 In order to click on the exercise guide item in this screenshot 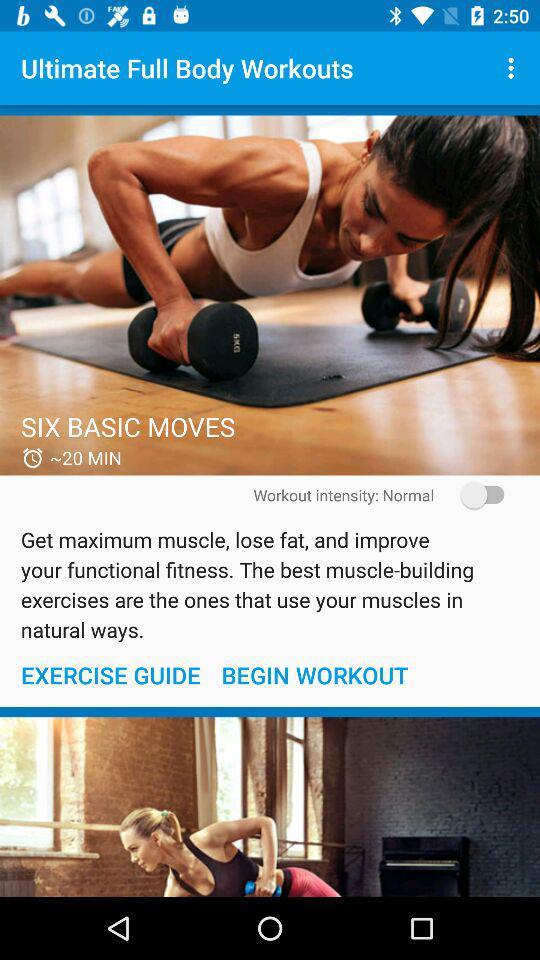, I will do `click(110, 675)`.